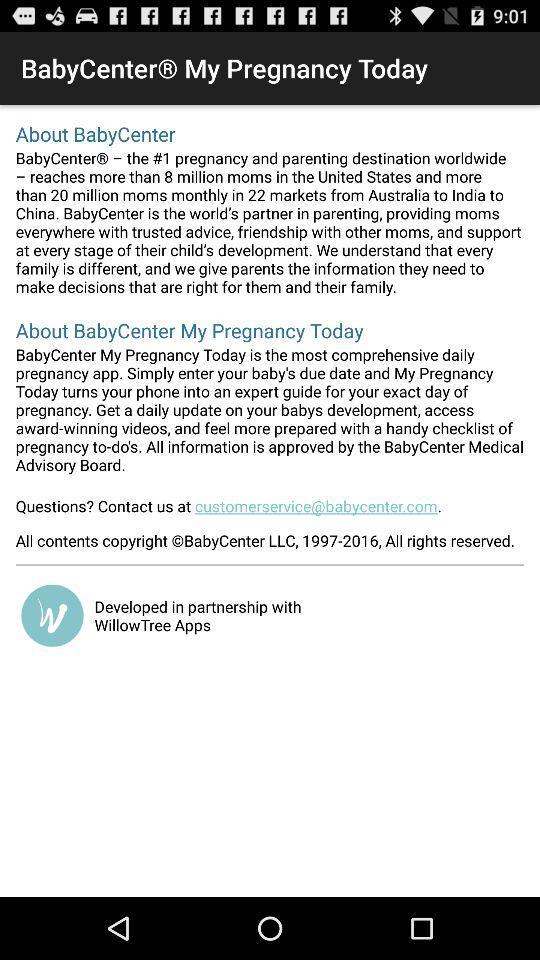 The image size is (540, 960). Describe the element at coordinates (270, 511) in the screenshot. I see `app above all contents copyright item` at that location.